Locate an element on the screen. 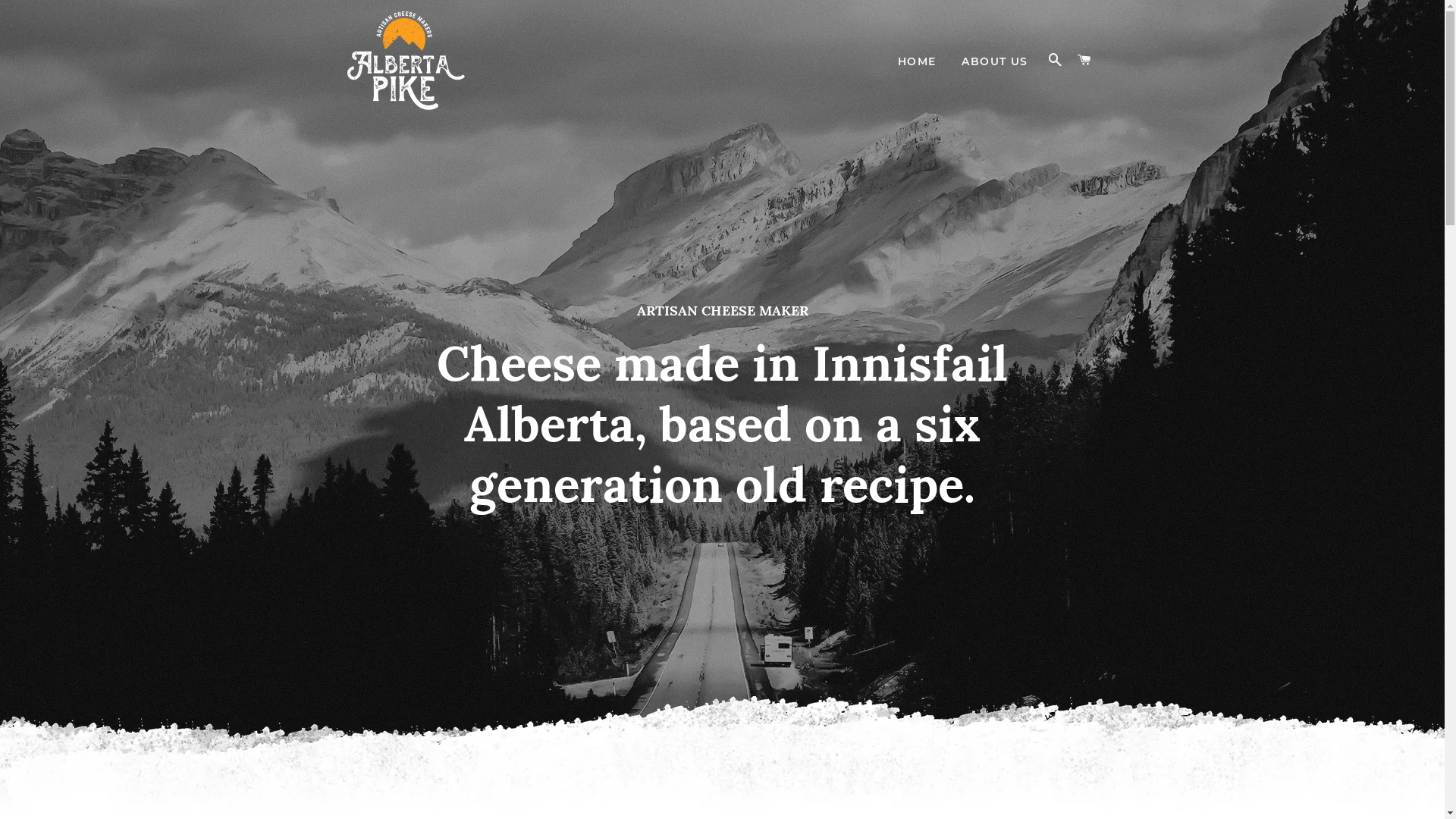  'CART' is located at coordinates (1084, 60).